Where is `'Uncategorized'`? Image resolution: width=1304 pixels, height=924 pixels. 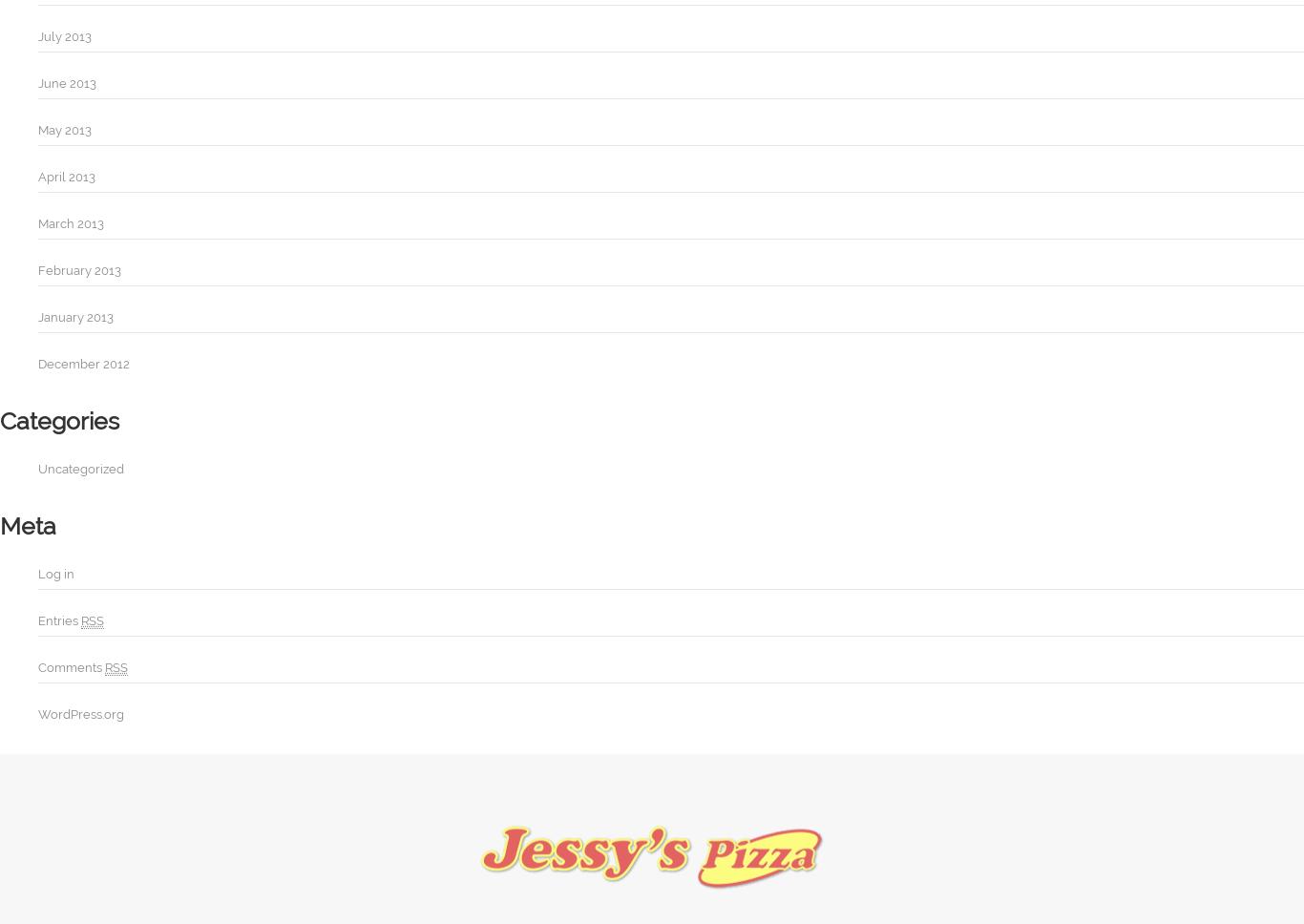
'Uncategorized' is located at coordinates (80, 469).